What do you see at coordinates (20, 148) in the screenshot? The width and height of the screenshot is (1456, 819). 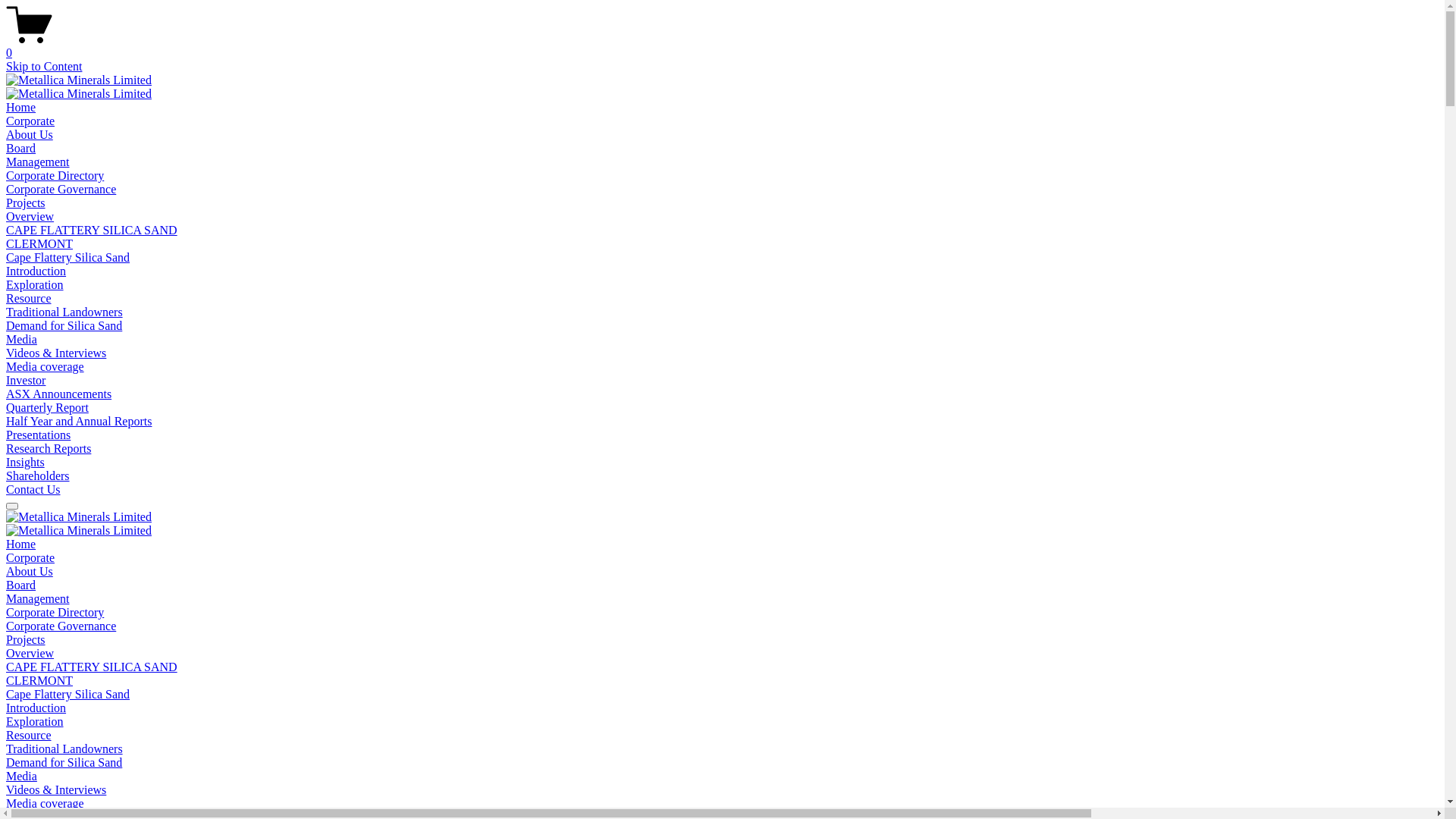 I see `'Board'` at bounding box center [20, 148].